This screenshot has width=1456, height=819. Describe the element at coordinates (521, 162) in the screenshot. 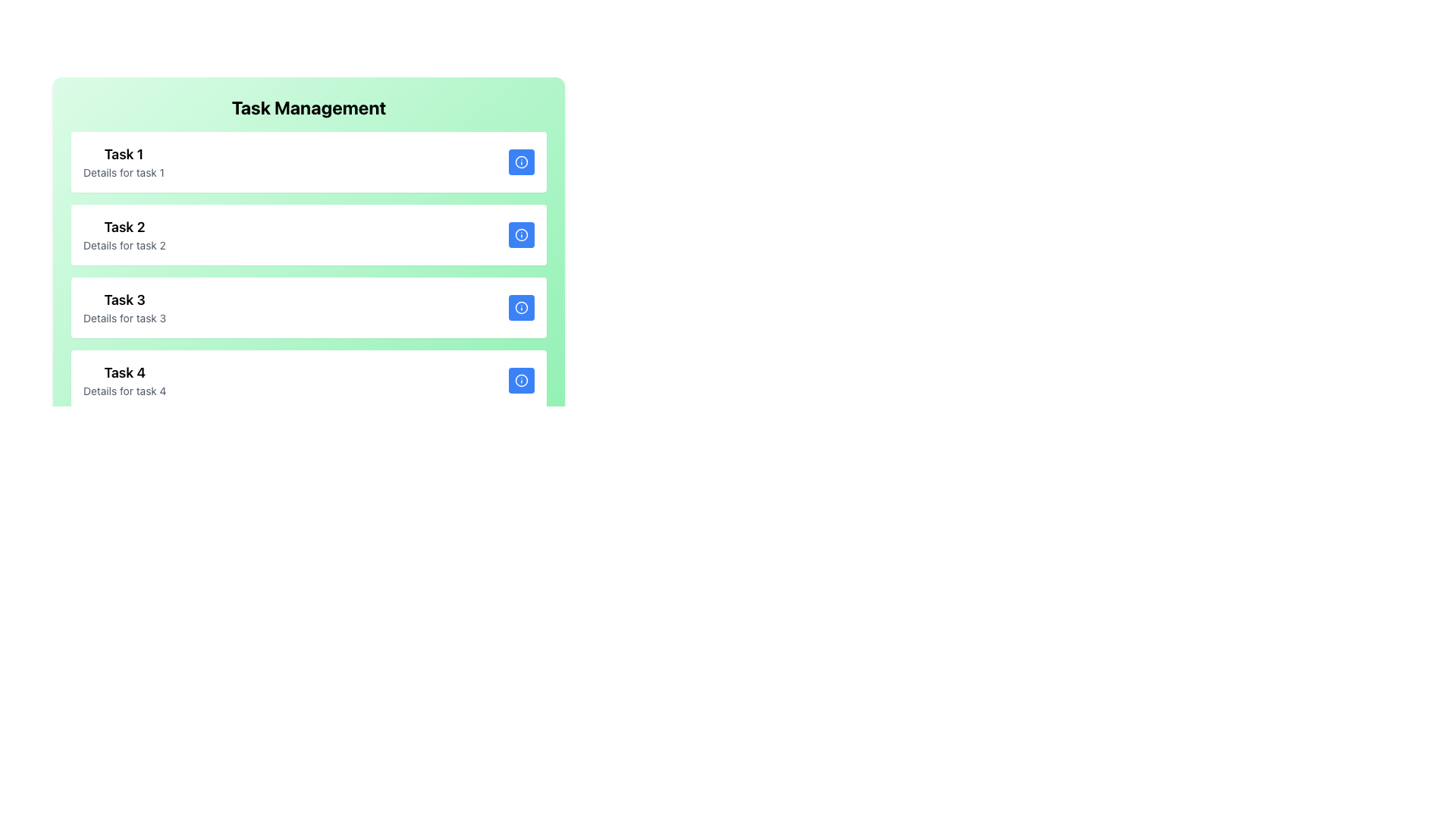

I see `the interactive button with an informational icon` at that location.